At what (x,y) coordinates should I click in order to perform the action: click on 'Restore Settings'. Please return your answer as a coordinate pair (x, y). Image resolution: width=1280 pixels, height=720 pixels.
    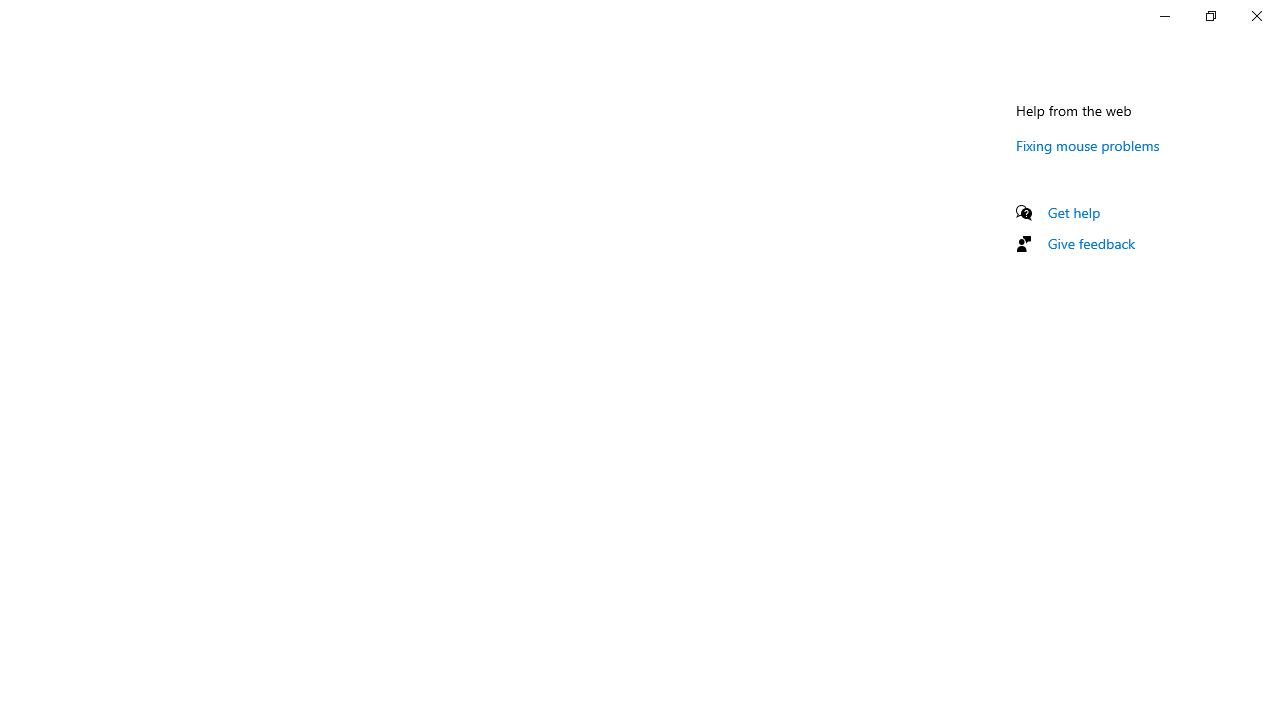
    Looking at the image, I should click on (1209, 15).